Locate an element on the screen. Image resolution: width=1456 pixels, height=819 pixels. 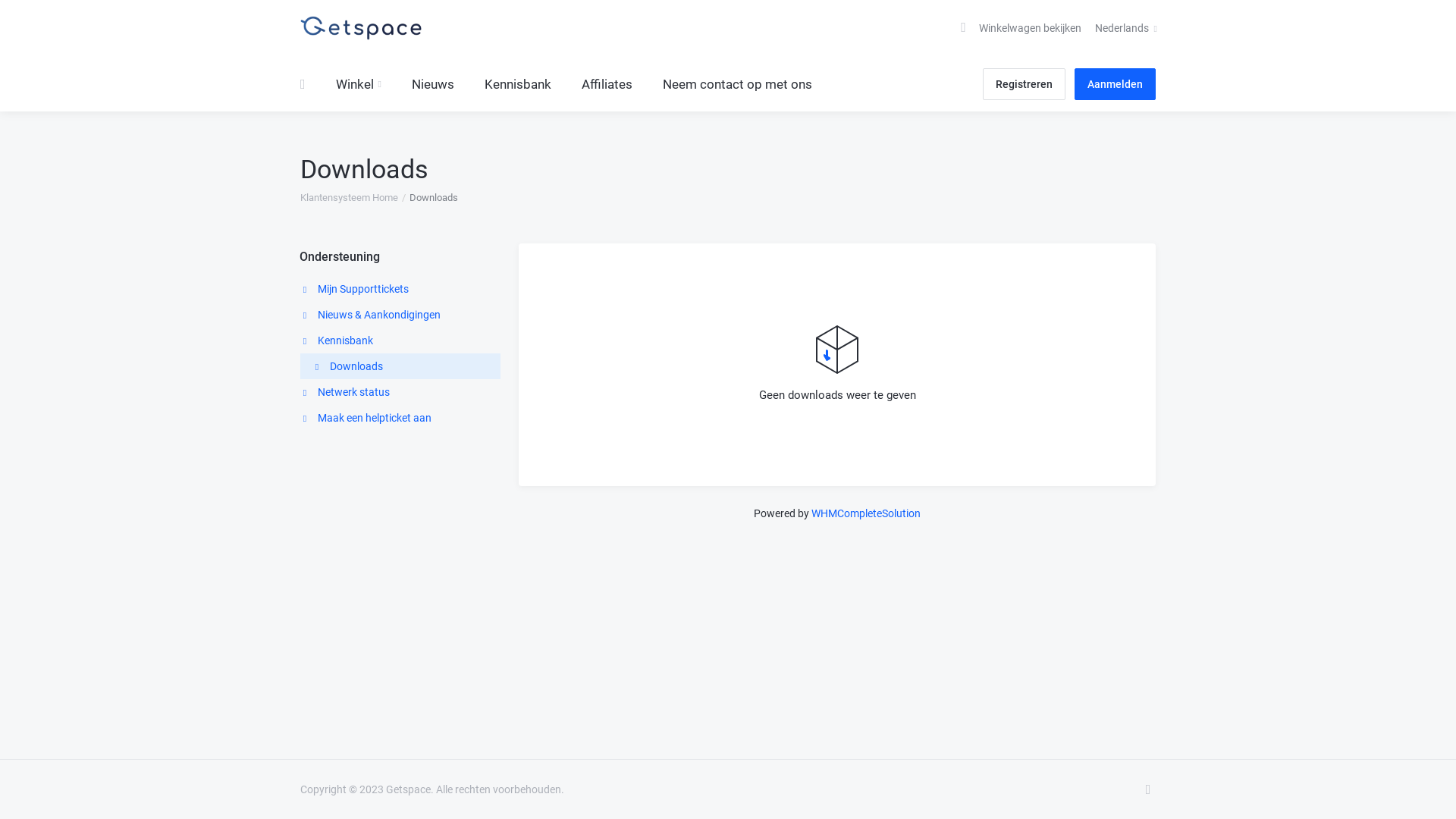
'WHMCompleteSolution' is located at coordinates (866, 513).